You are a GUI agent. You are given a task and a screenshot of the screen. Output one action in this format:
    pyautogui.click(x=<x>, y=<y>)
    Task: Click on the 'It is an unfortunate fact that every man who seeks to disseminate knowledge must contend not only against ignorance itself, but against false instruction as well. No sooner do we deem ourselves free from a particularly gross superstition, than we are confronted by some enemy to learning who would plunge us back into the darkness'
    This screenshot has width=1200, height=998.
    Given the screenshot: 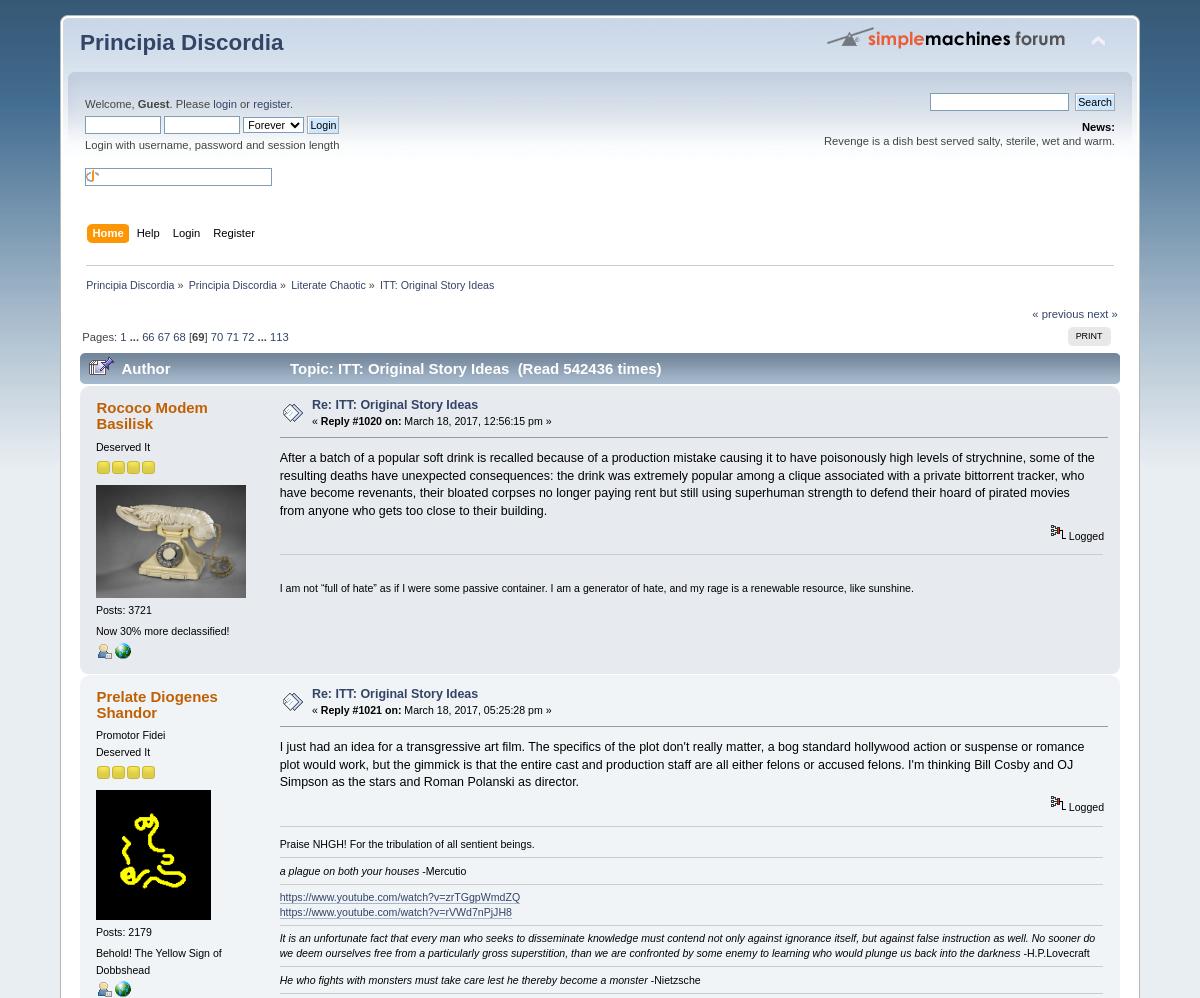 What is the action you would take?
    pyautogui.click(x=687, y=945)
    